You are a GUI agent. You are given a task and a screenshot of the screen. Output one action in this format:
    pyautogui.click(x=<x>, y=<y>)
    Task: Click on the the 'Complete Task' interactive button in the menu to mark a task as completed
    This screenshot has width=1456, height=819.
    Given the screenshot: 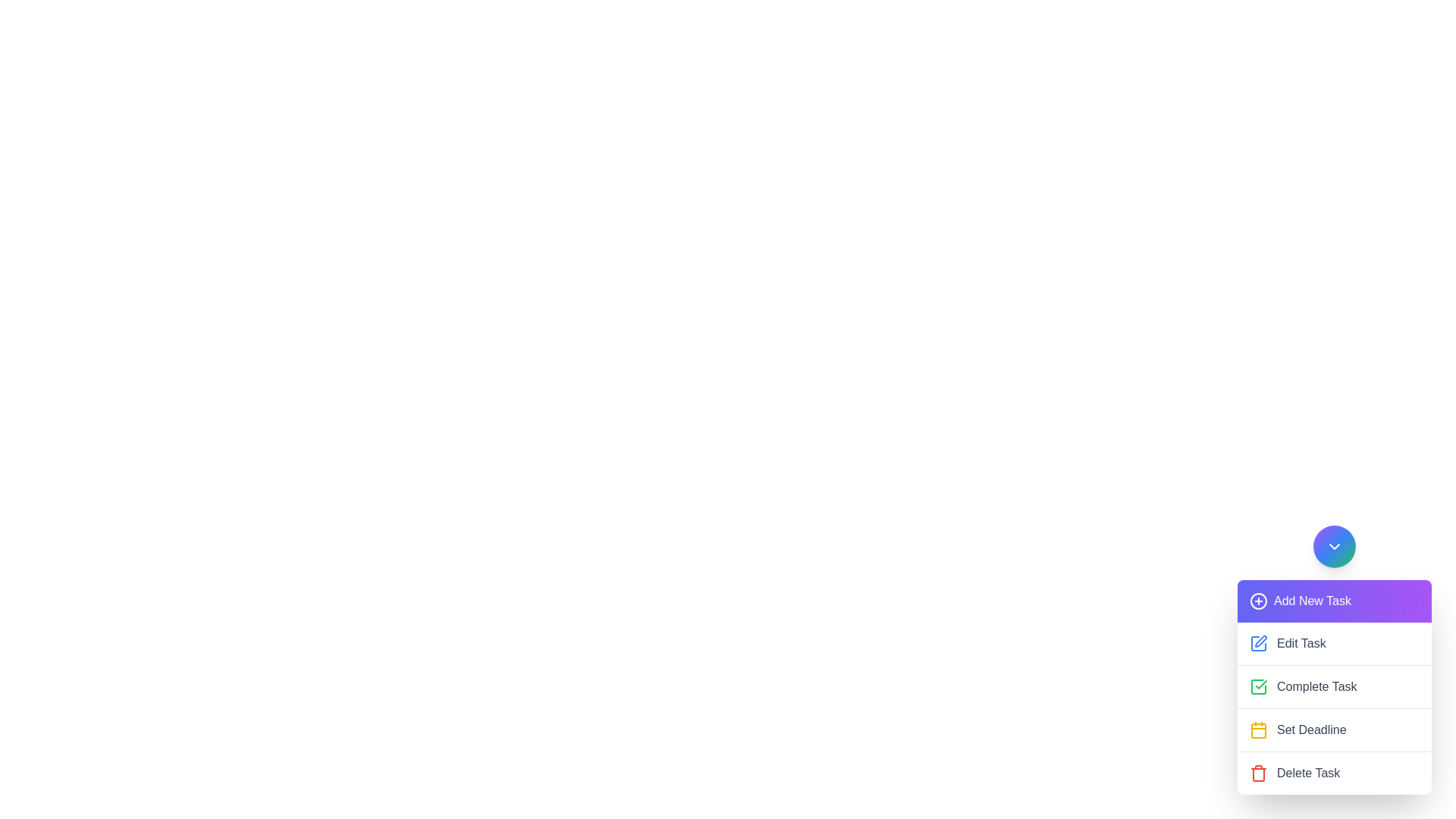 What is the action you would take?
    pyautogui.click(x=1335, y=708)
    